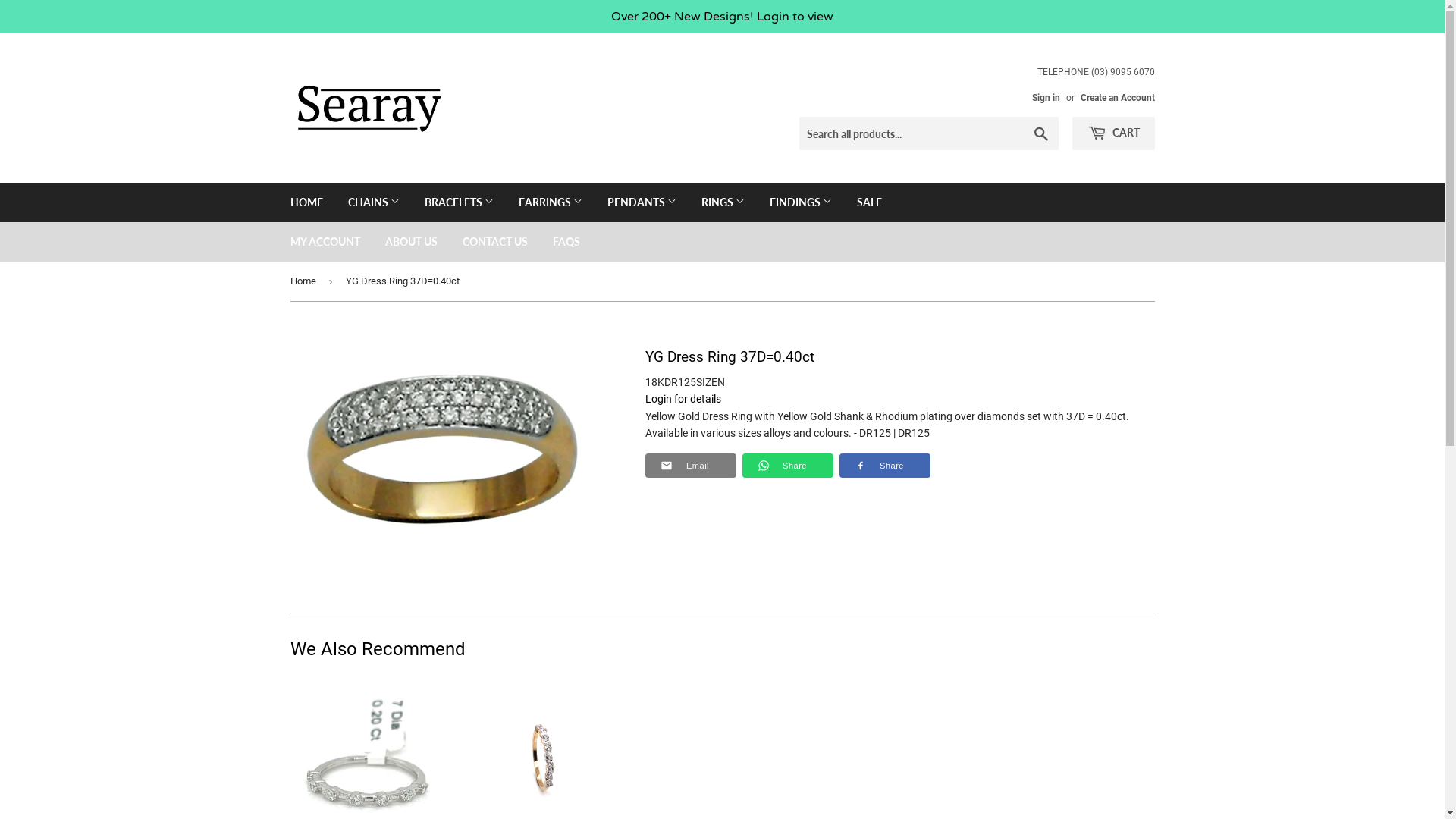  What do you see at coordinates (374, 201) in the screenshot?
I see `'CHAINS'` at bounding box center [374, 201].